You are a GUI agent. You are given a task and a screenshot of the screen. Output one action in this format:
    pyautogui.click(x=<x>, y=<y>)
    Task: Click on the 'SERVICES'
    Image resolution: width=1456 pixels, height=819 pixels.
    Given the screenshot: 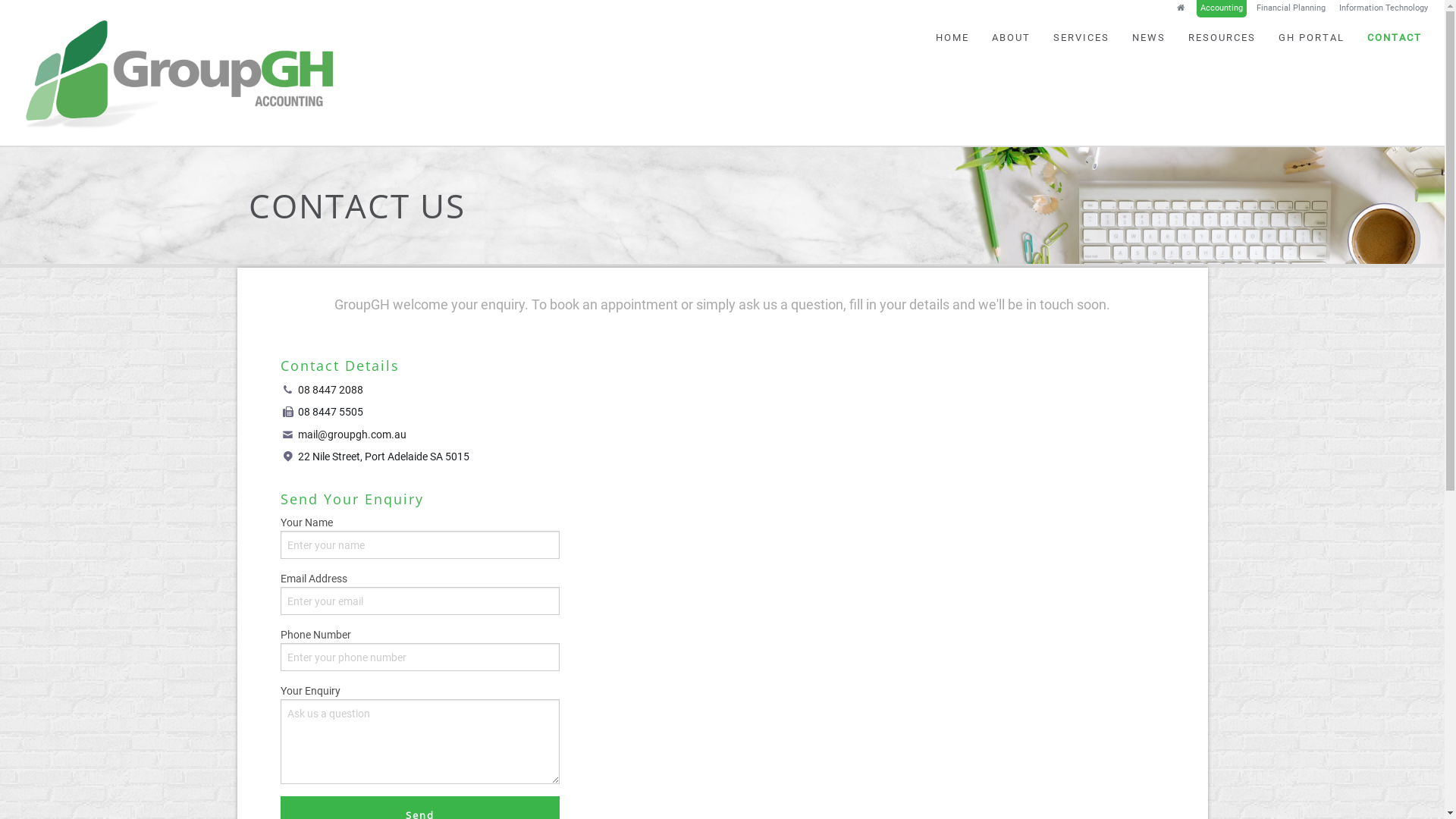 What is the action you would take?
    pyautogui.click(x=1080, y=36)
    